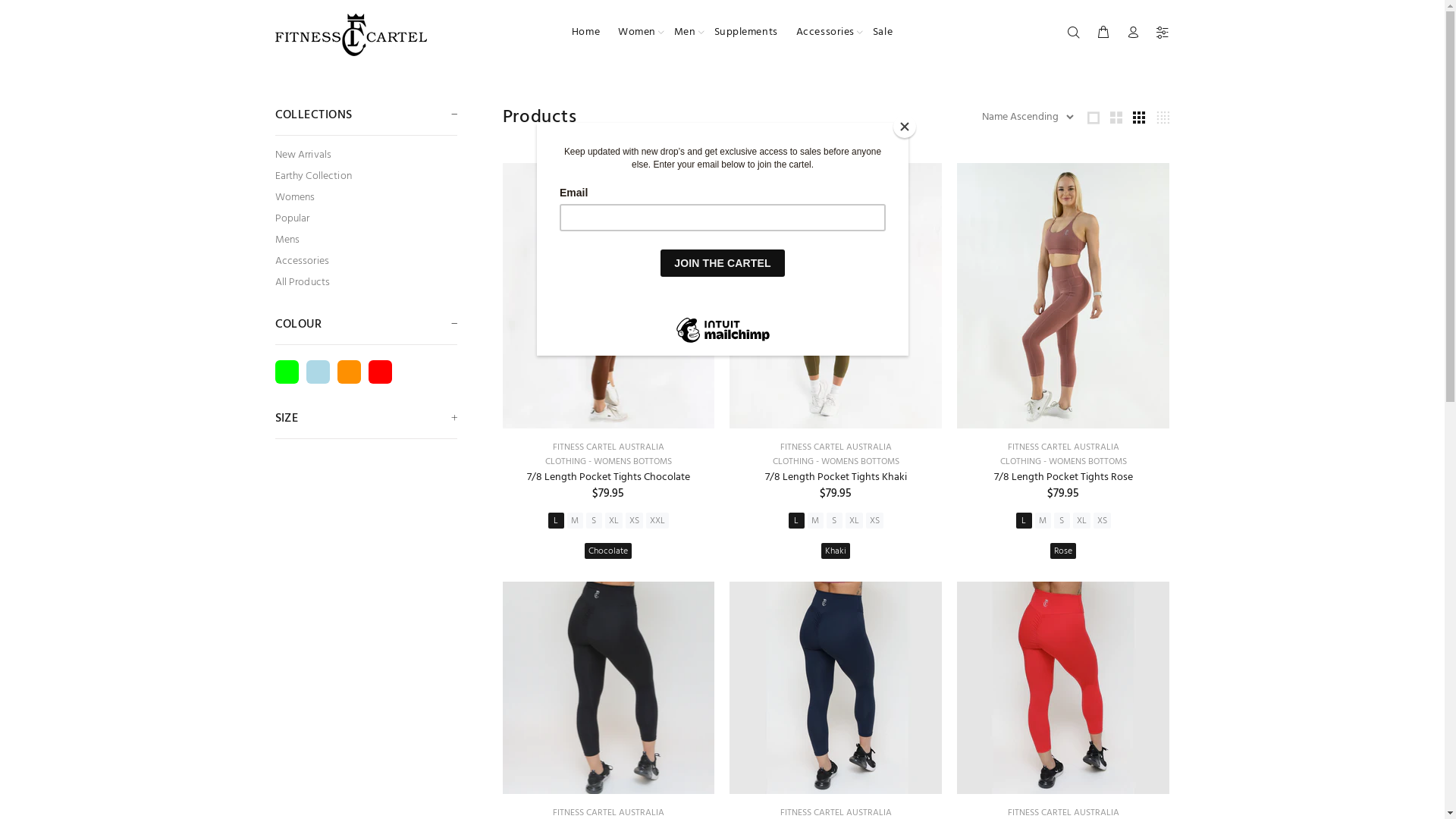  I want to click on 'XS', so click(634, 519).